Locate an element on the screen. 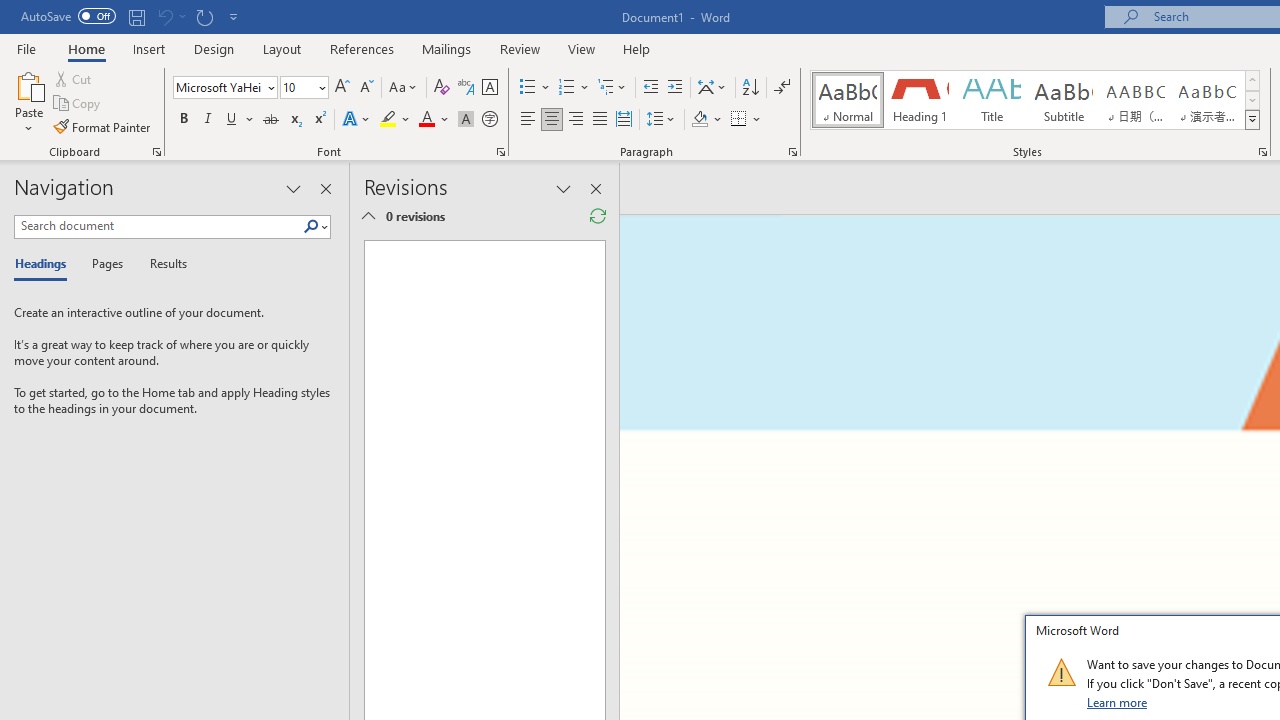 This screenshot has width=1280, height=720. 'Can' is located at coordinates (164, 16).